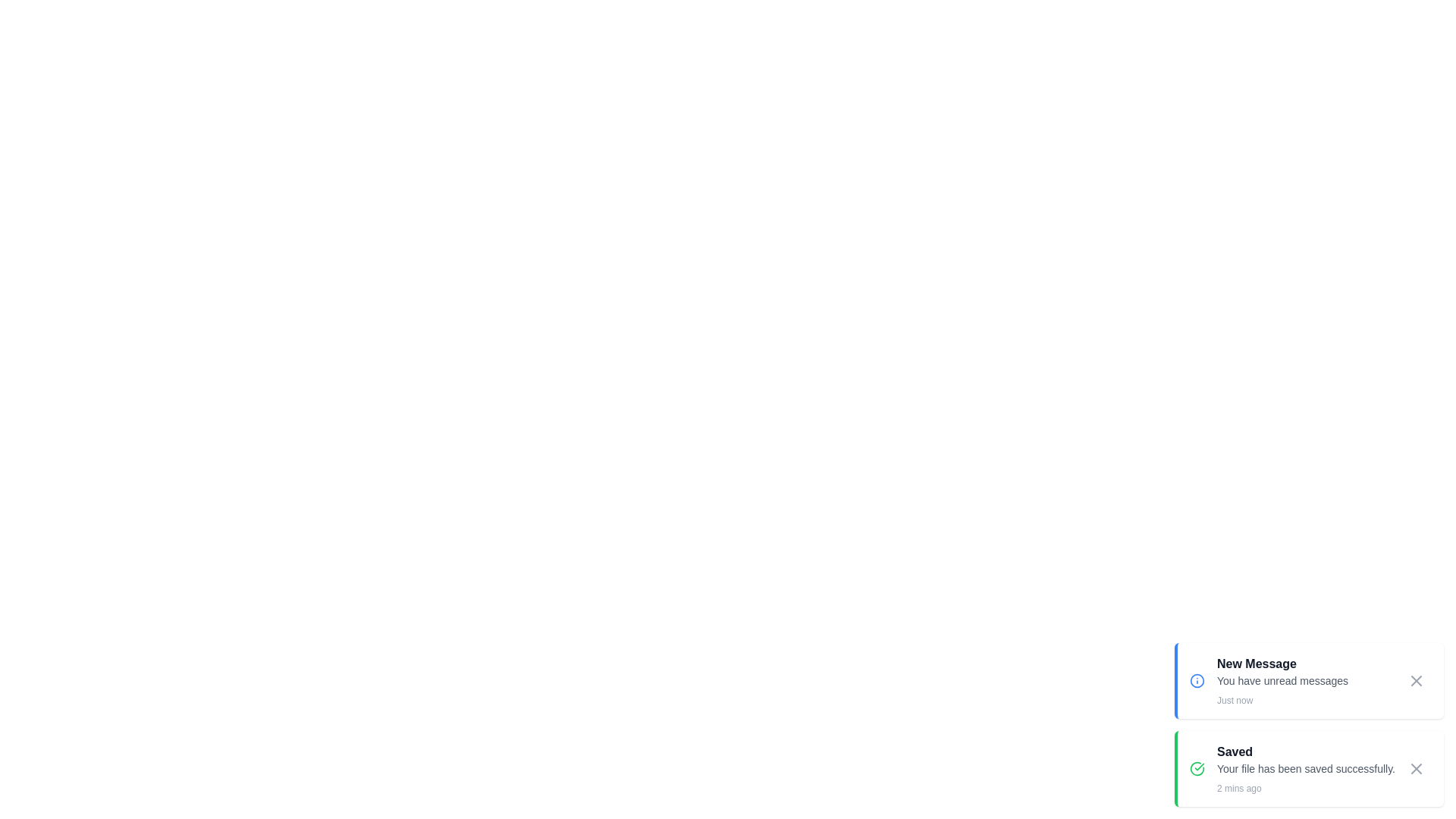 The height and width of the screenshot is (819, 1456). I want to click on 'X' button on the snackbar to dismiss it, so click(1415, 680).